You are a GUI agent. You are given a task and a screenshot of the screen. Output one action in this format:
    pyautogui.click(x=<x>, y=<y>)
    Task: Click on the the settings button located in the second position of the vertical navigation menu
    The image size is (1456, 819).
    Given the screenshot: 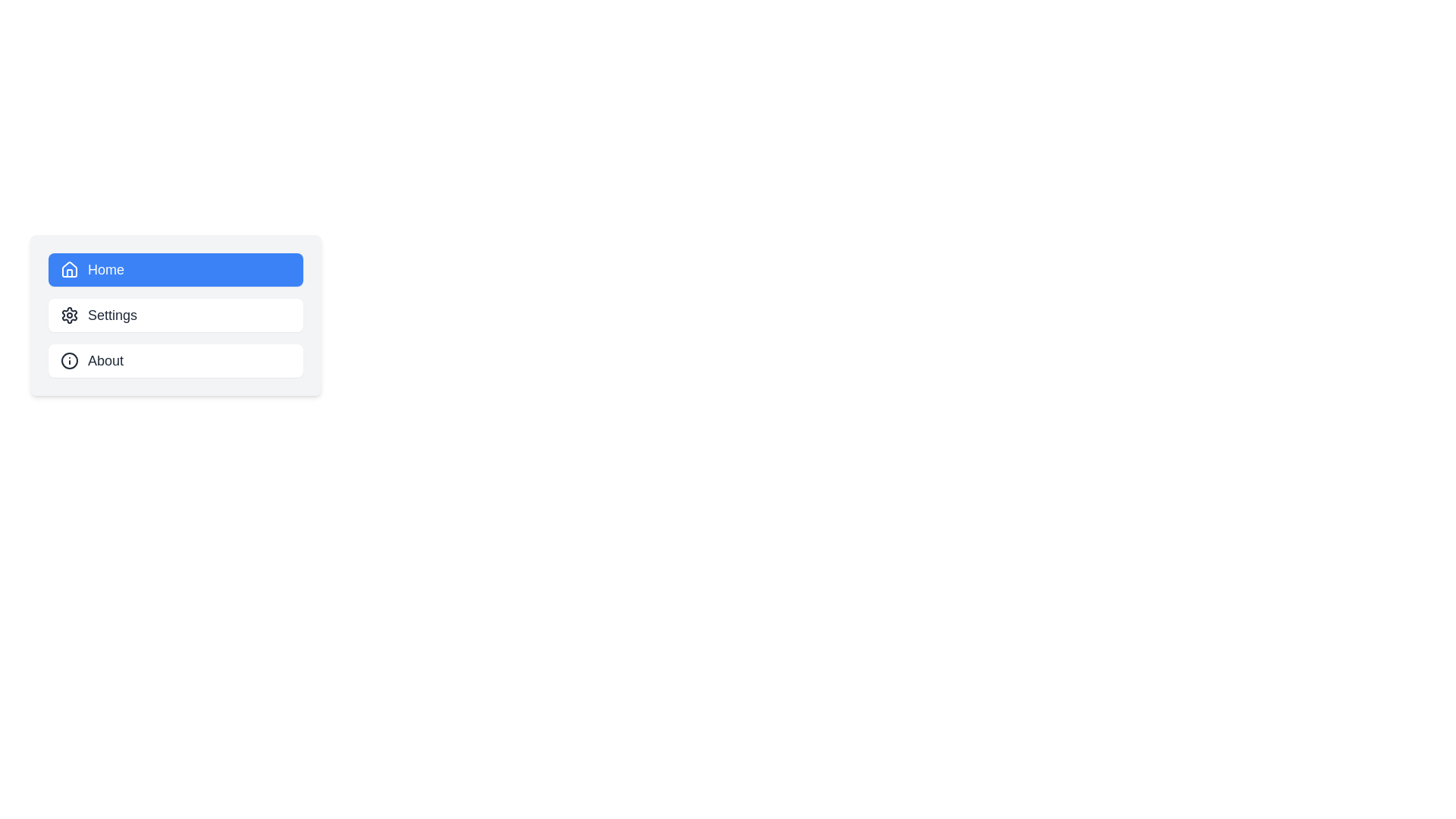 What is the action you would take?
    pyautogui.click(x=175, y=315)
    